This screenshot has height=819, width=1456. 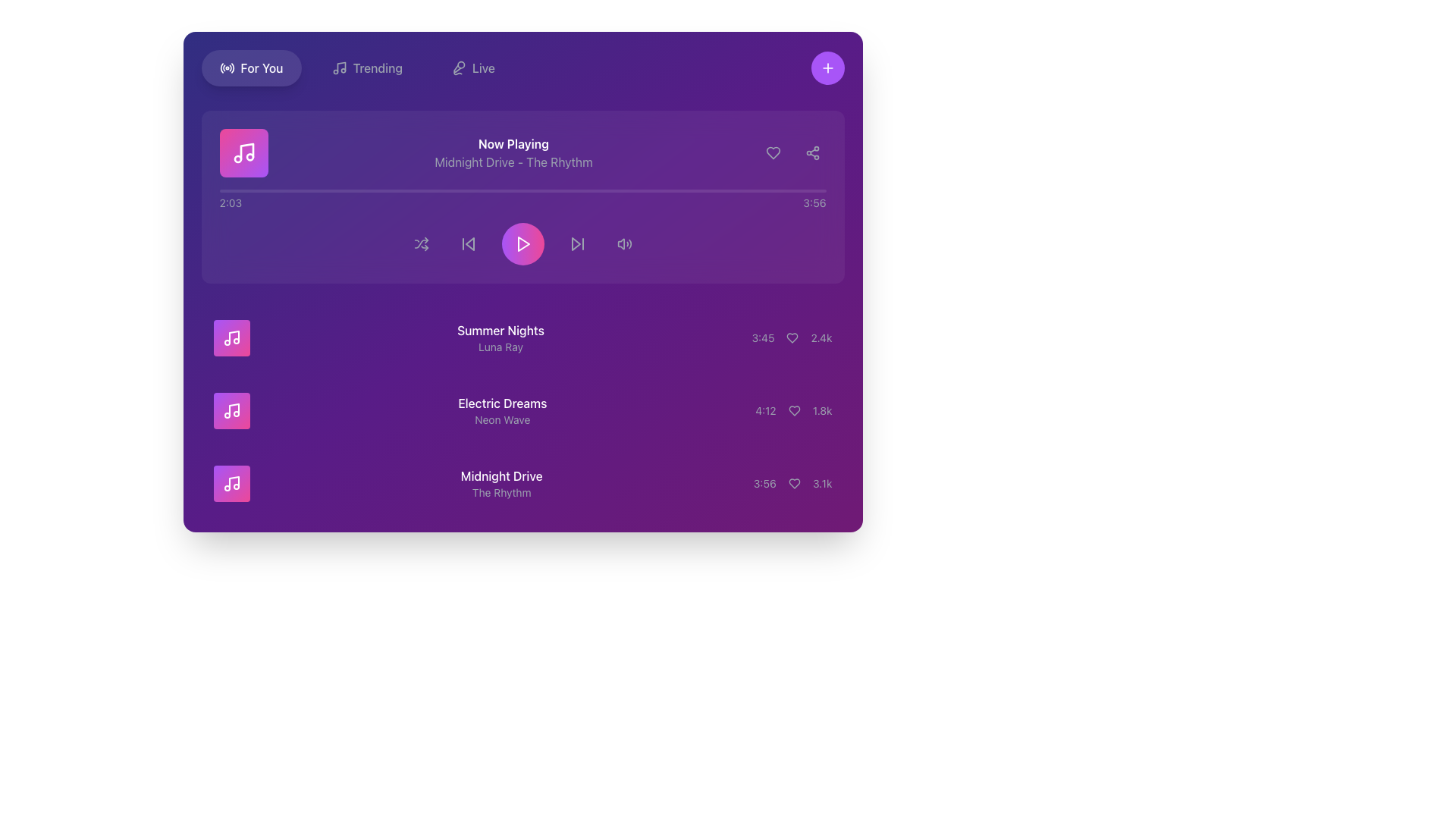 What do you see at coordinates (821, 411) in the screenshot?
I see `the static like count text element for the song 'Electric Dreams' by 'Neon Wave', located in the lower-right corner of its list entry` at bounding box center [821, 411].